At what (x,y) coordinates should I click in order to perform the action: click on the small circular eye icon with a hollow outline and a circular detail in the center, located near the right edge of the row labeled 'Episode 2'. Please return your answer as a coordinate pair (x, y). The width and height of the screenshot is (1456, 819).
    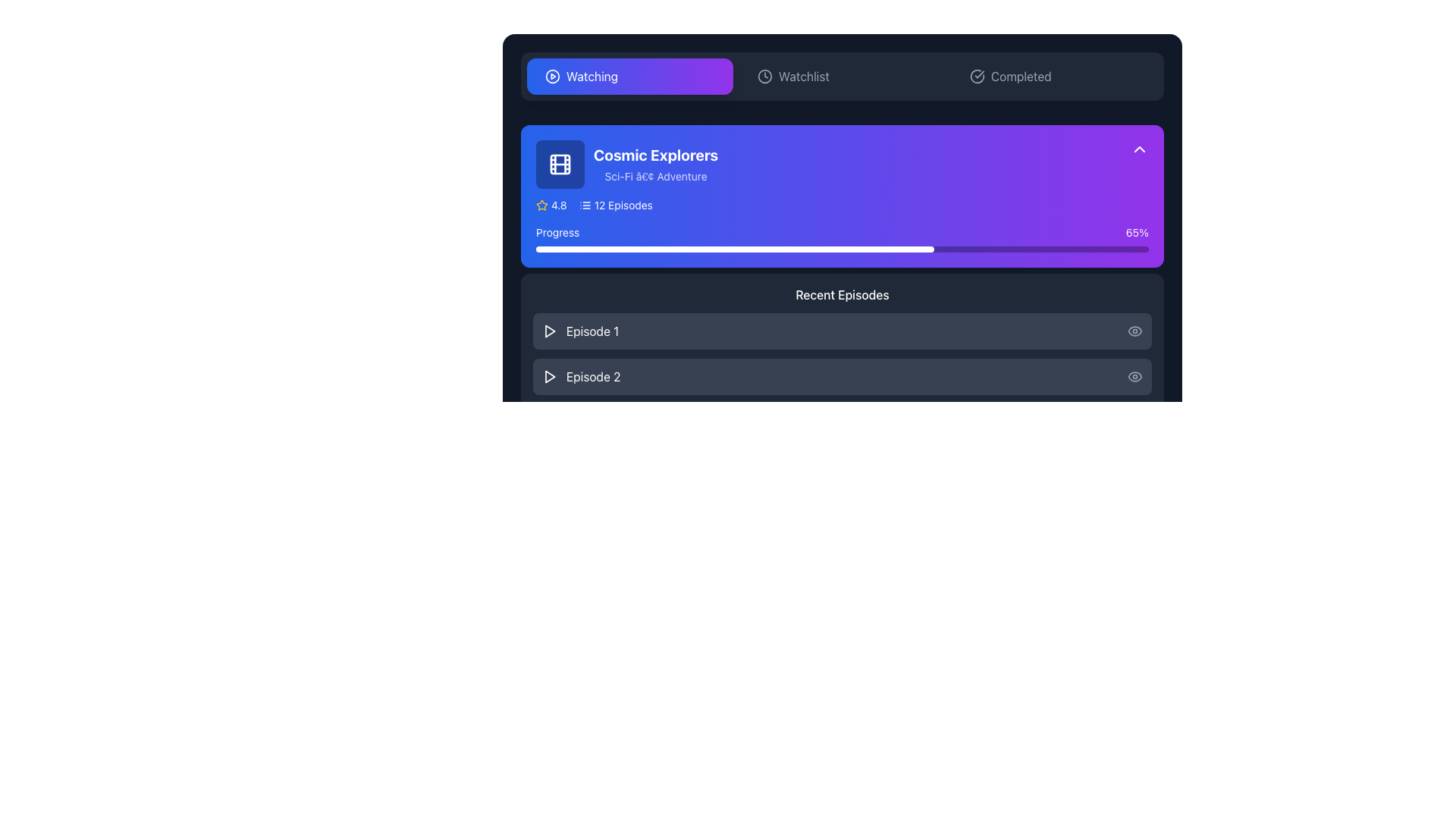
    Looking at the image, I should click on (1135, 376).